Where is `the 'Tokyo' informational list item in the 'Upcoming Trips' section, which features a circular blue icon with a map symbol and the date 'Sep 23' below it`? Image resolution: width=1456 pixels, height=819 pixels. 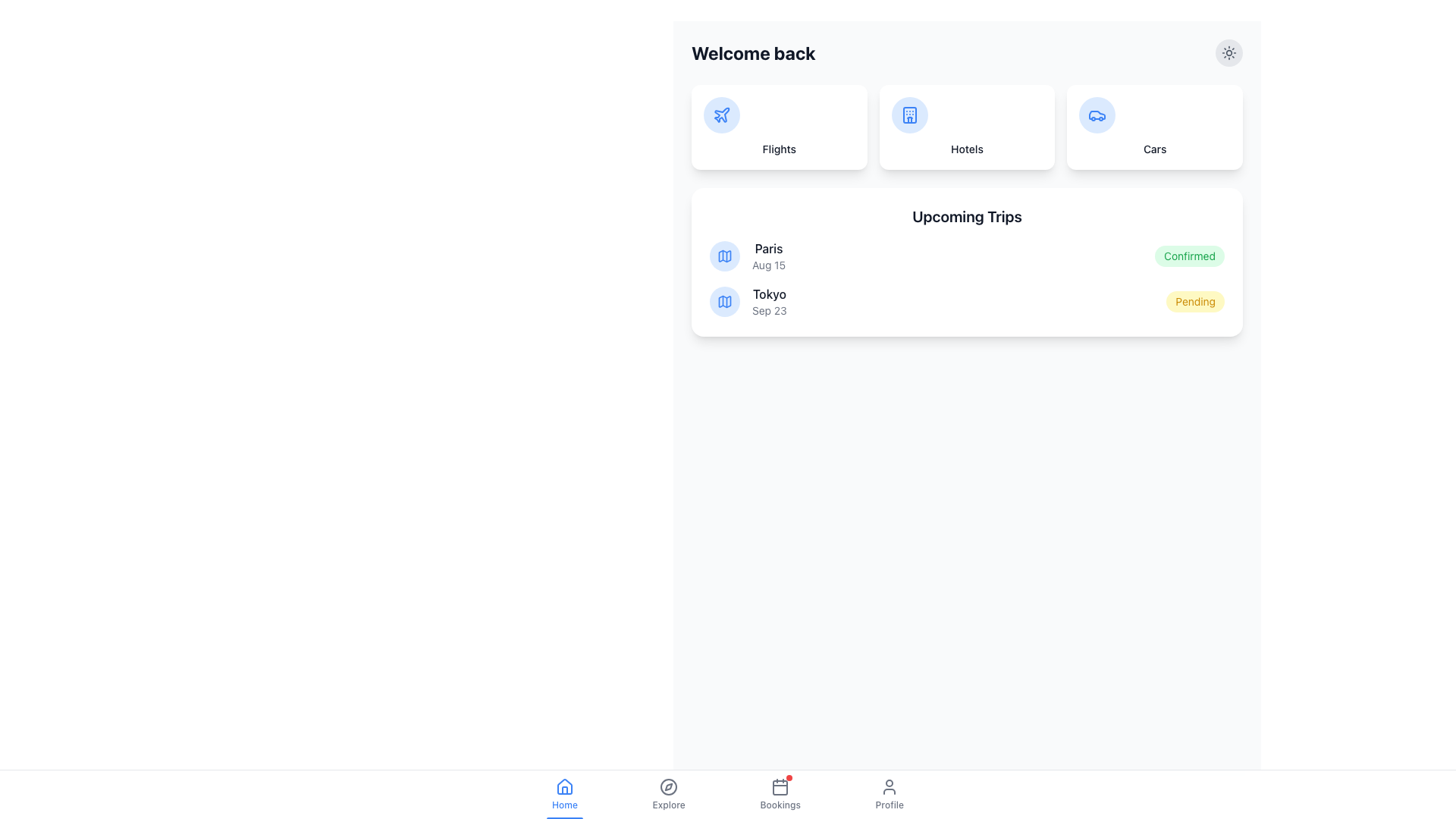
the 'Tokyo' informational list item in the 'Upcoming Trips' section, which features a circular blue icon with a map symbol and the date 'Sep 23' below it is located at coordinates (748, 301).